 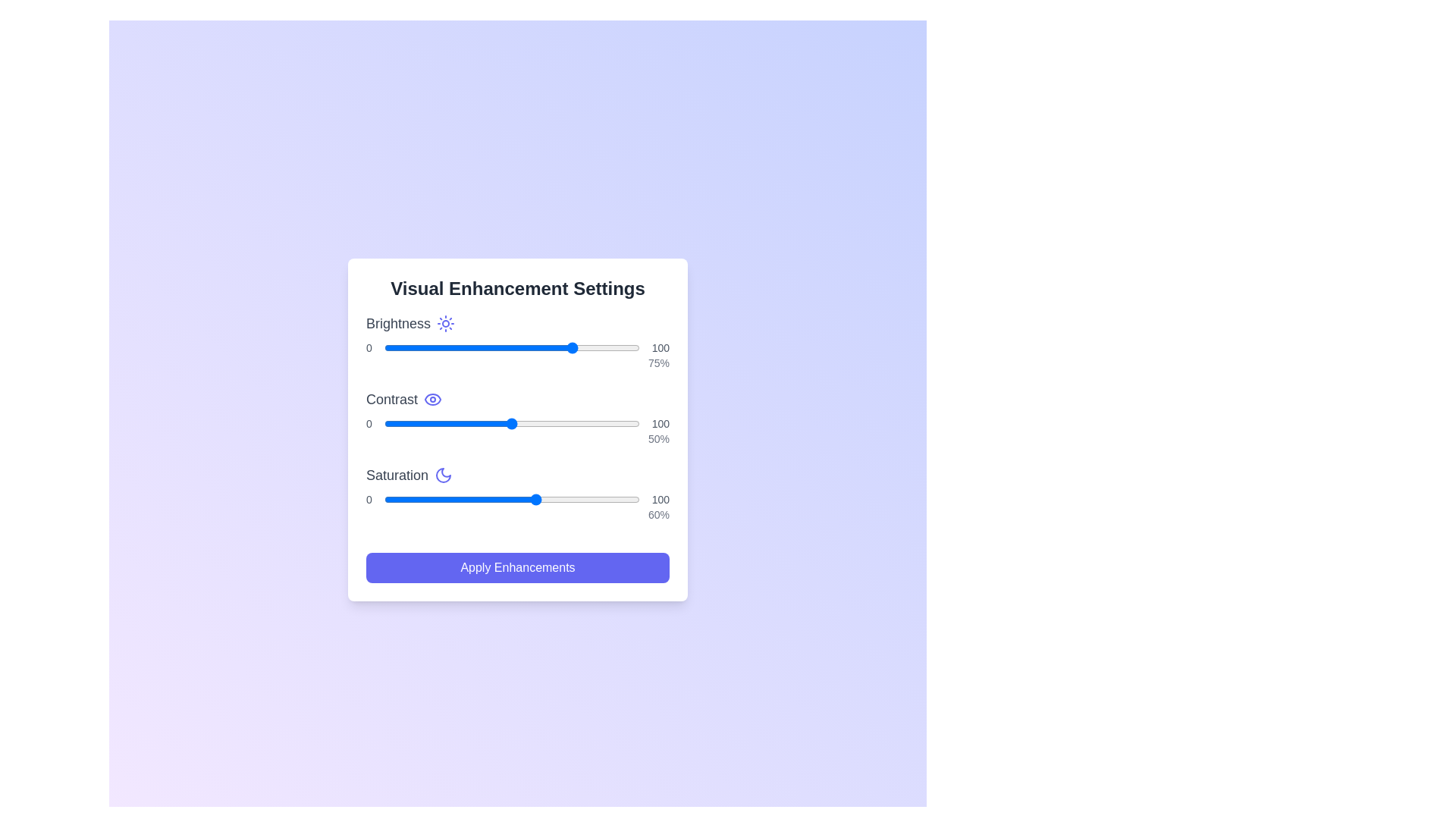 What do you see at coordinates (491, 424) in the screenshot?
I see `the contrast slider to set the contrast to 42%` at bounding box center [491, 424].